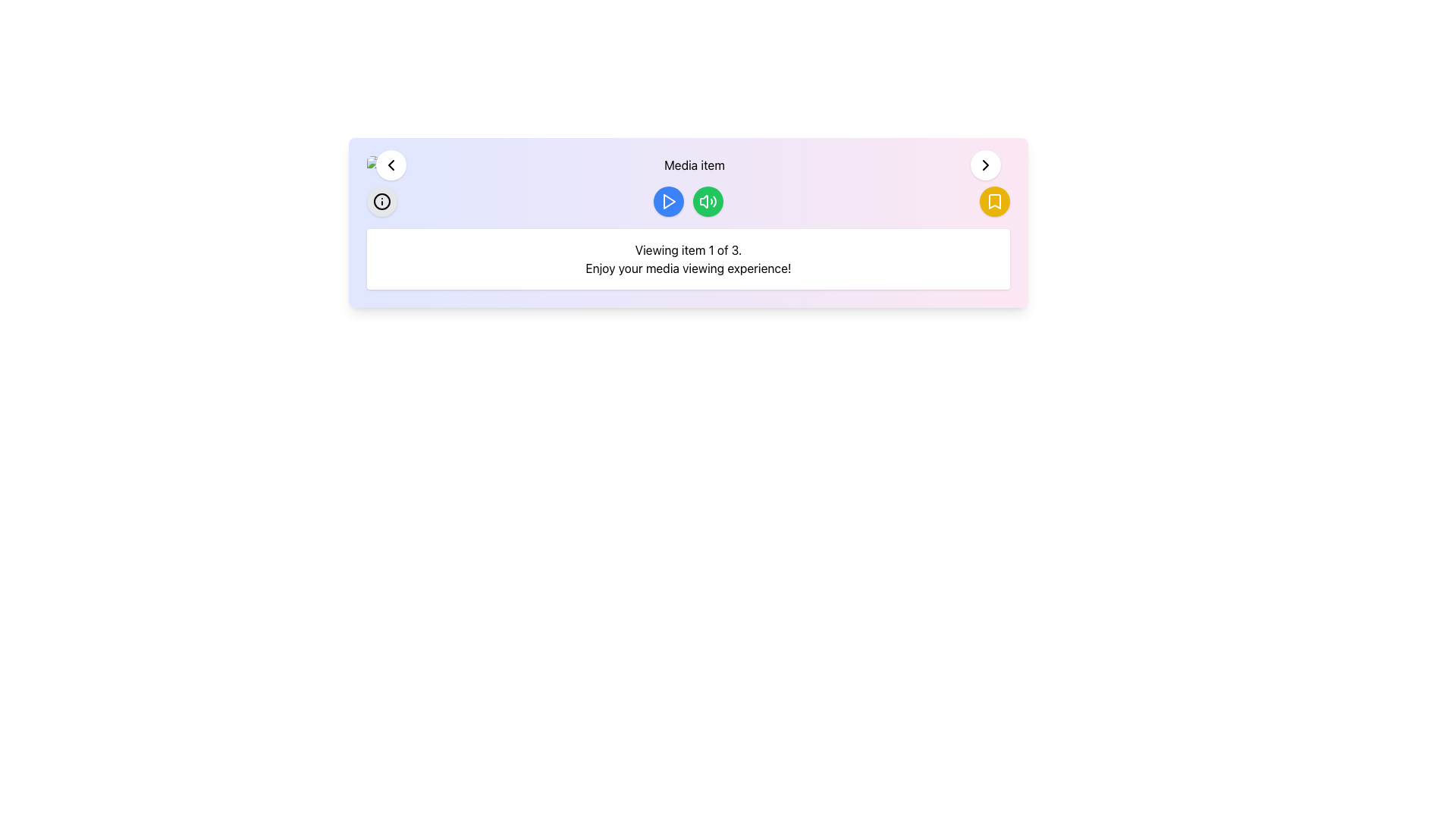 This screenshot has width=1456, height=819. What do you see at coordinates (994, 201) in the screenshot?
I see `the bookmark icon, which is located near the middle of the right-hand side of the interface` at bounding box center [994, 201].